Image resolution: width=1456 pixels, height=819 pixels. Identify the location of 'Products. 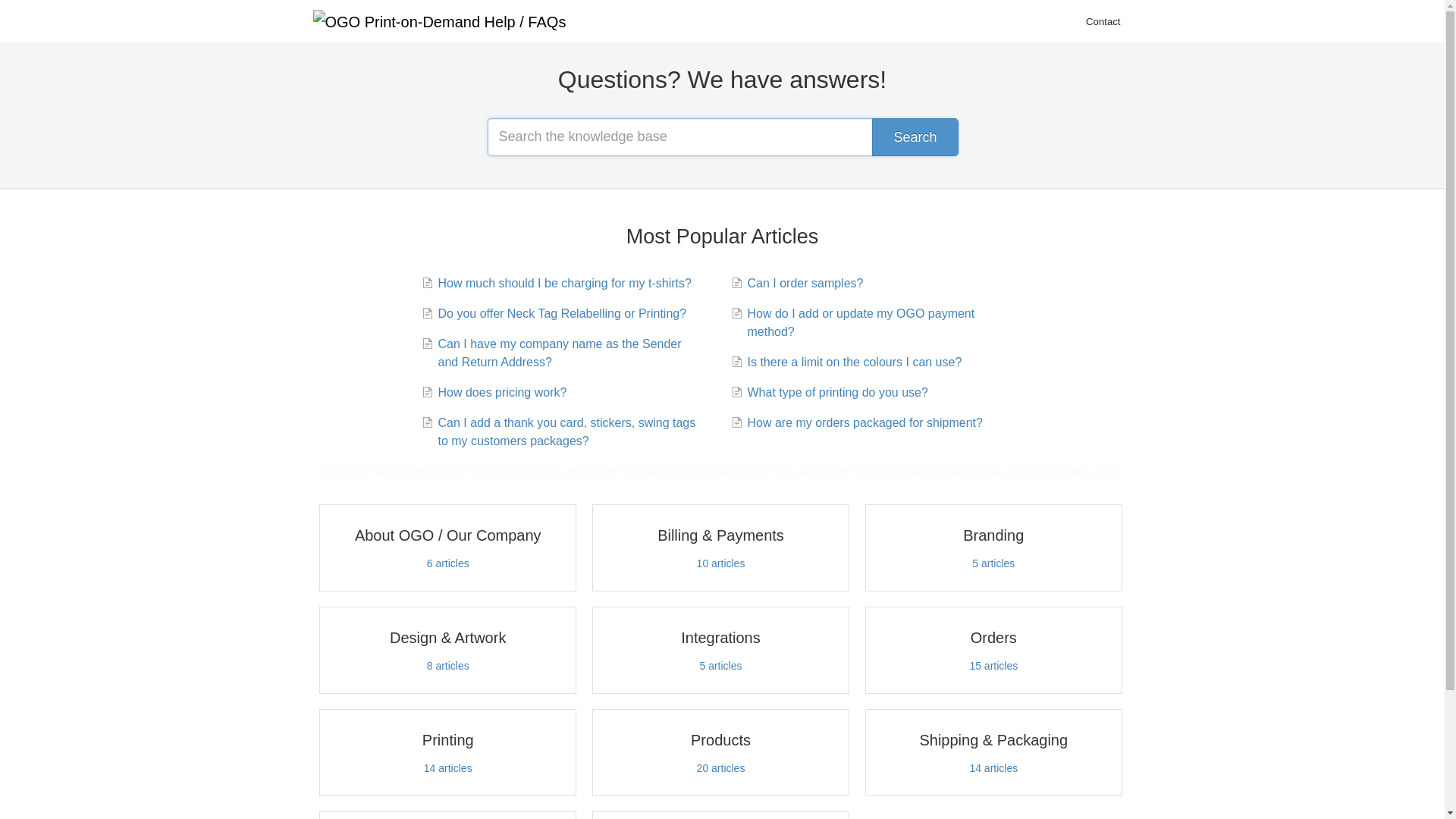
(720, 752).